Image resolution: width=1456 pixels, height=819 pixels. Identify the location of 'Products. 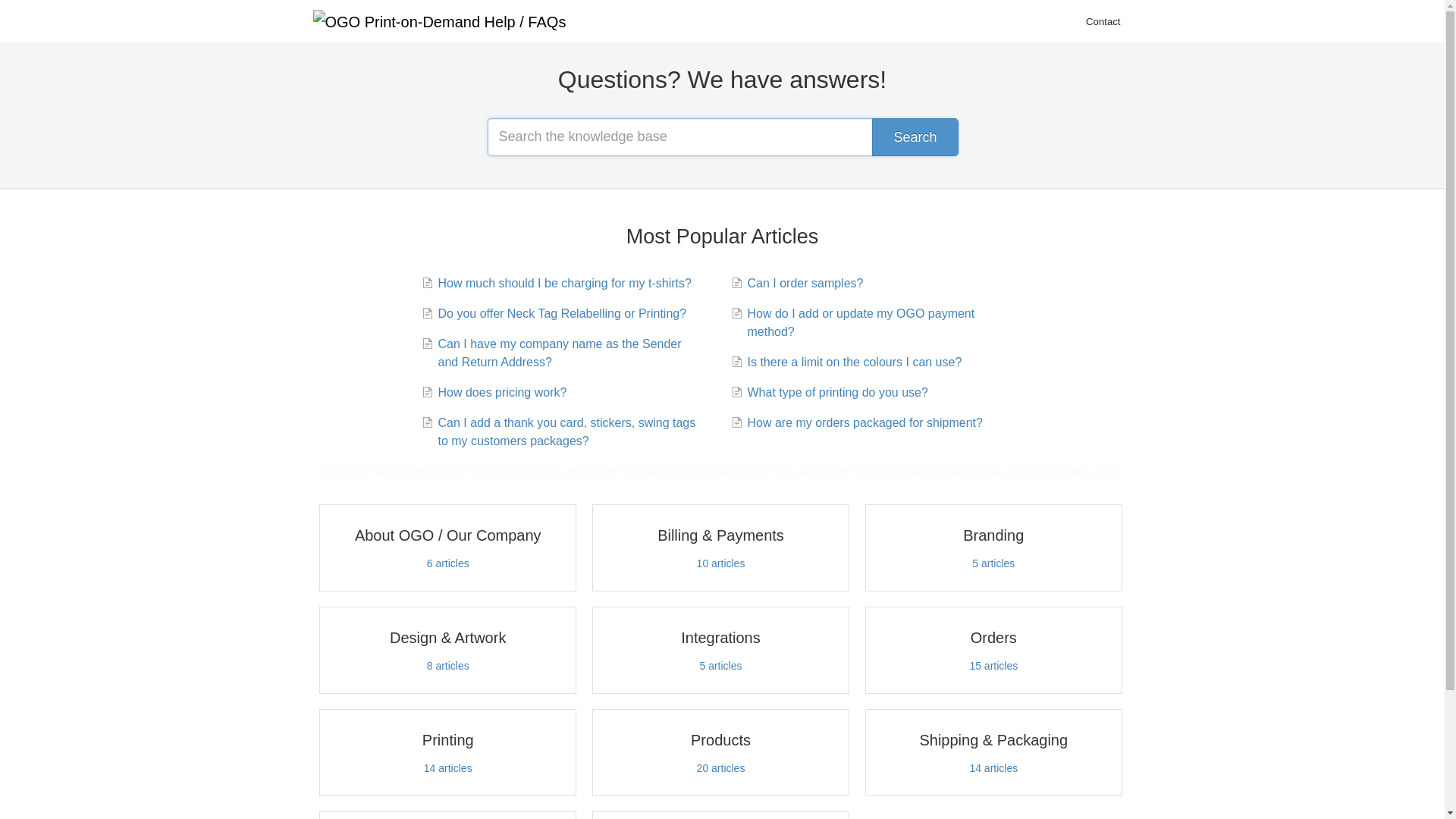
(720, 752).